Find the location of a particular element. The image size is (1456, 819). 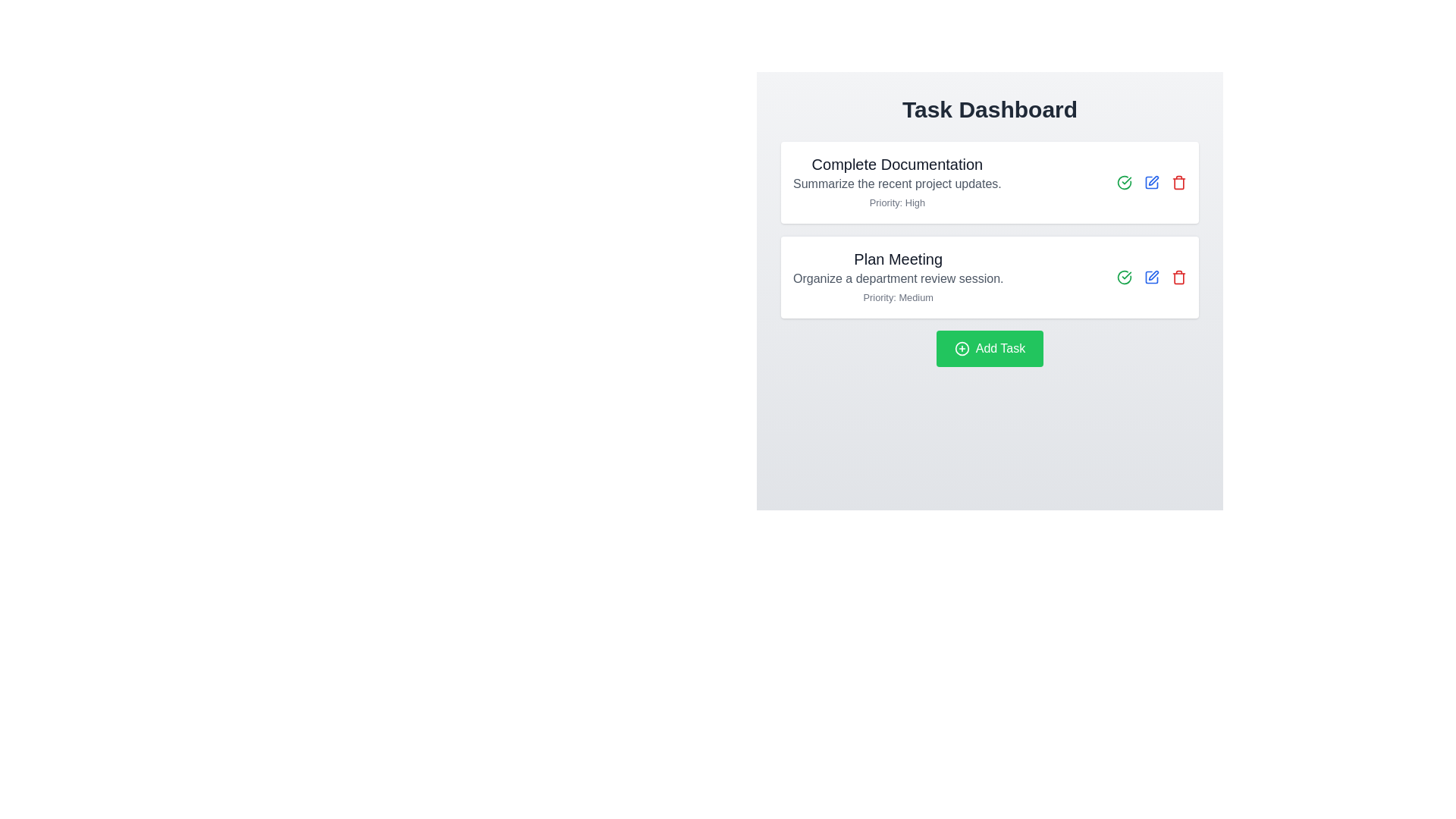

the text label displaying 'Priority: High' located under the task title 'Complete Documentation' and description 'Summarize the recent project updates.' is located at coordinates (897, 202).